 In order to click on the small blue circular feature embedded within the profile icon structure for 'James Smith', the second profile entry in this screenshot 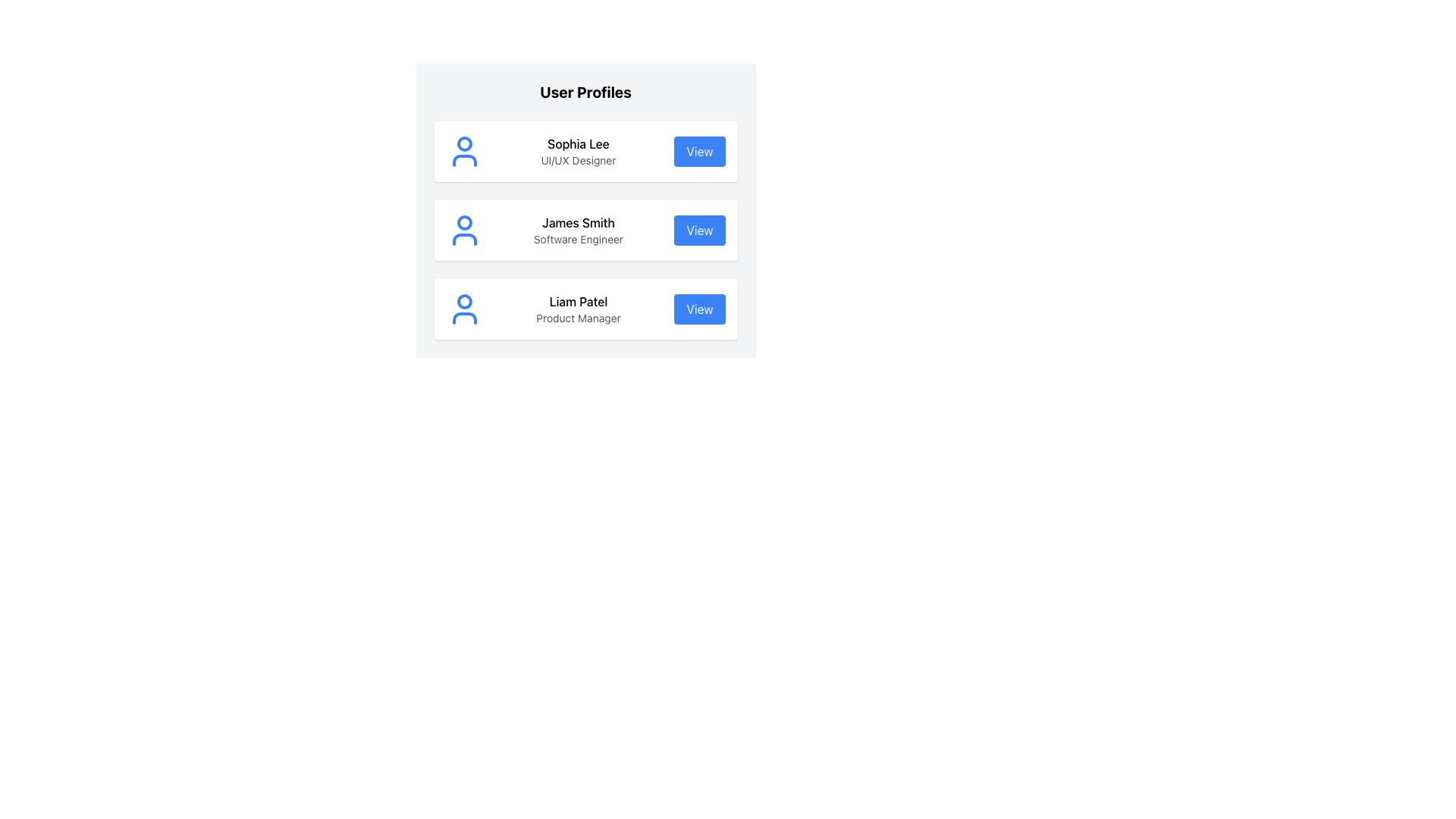, I will do `click(463, 222)`.